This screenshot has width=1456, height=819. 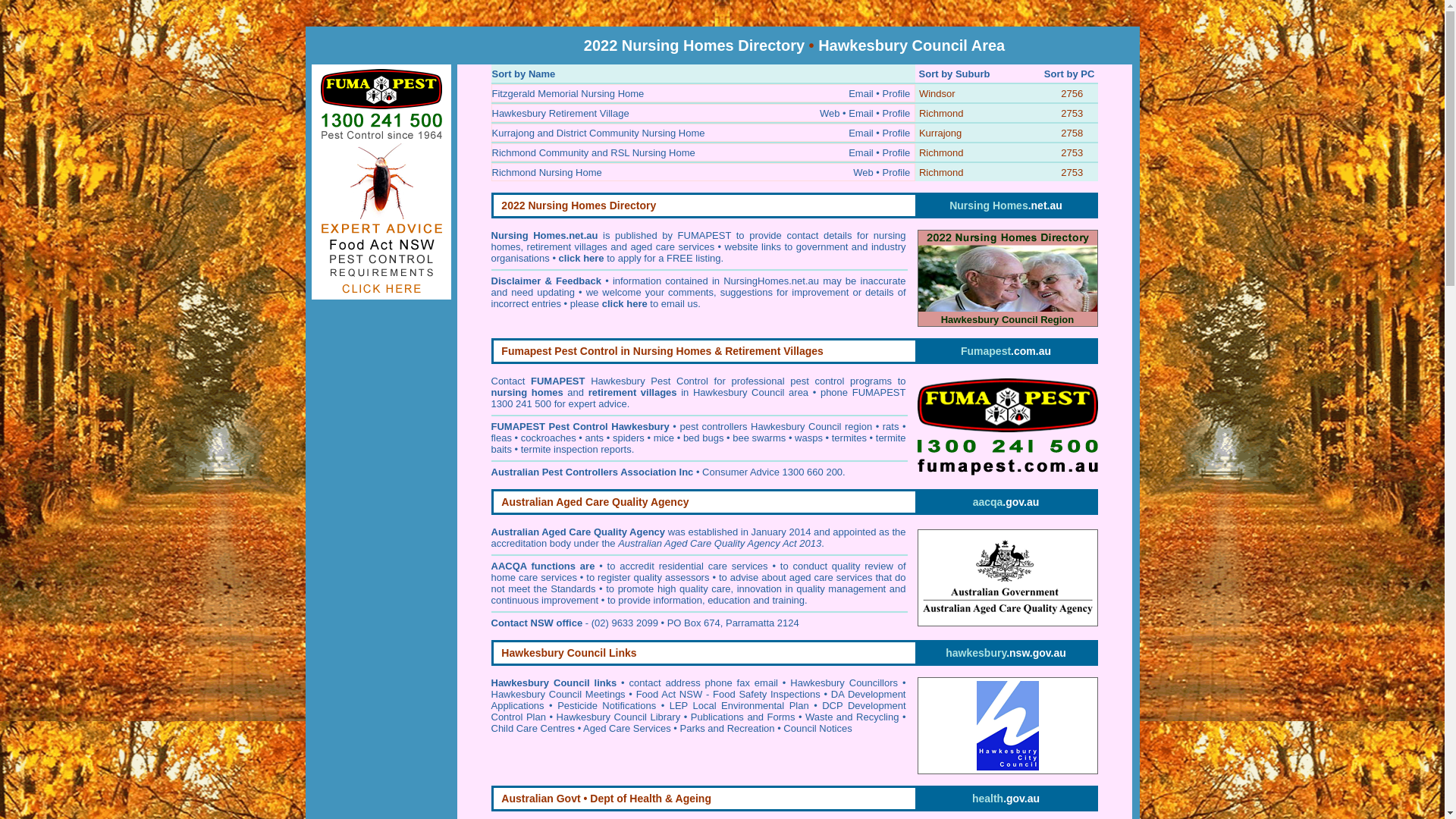 What do you see at coordinates (575, 448) in the screenshot?
I see `'termite inspection reports'` at bounding box center [575, 448].